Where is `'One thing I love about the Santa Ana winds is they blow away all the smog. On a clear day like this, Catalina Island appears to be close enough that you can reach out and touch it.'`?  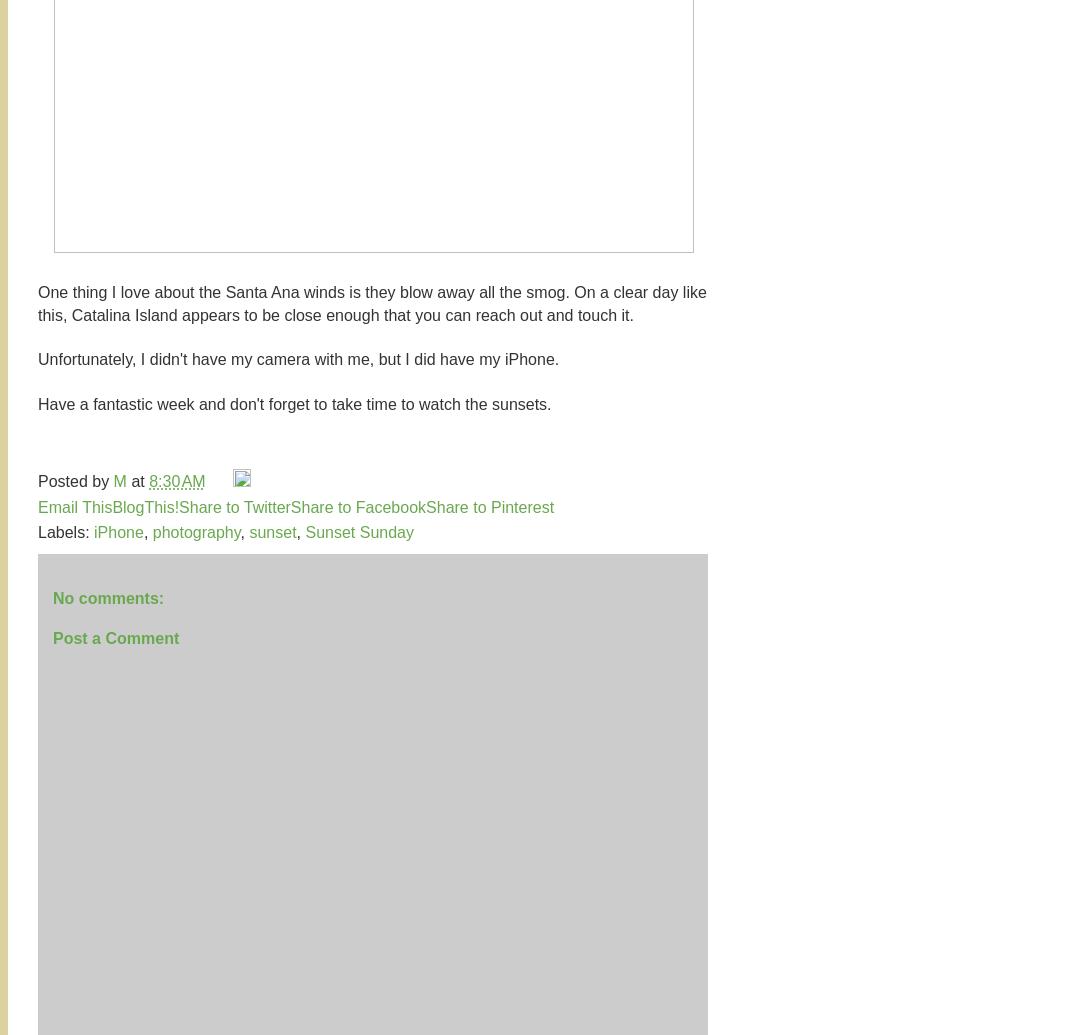
'One thing I love about the Santa Ana winds is they blow away all the smog. On a clear day like this, Catalina Island appears to be close enough that you can reach out and touch it.' is located at coordinates (371, 303).